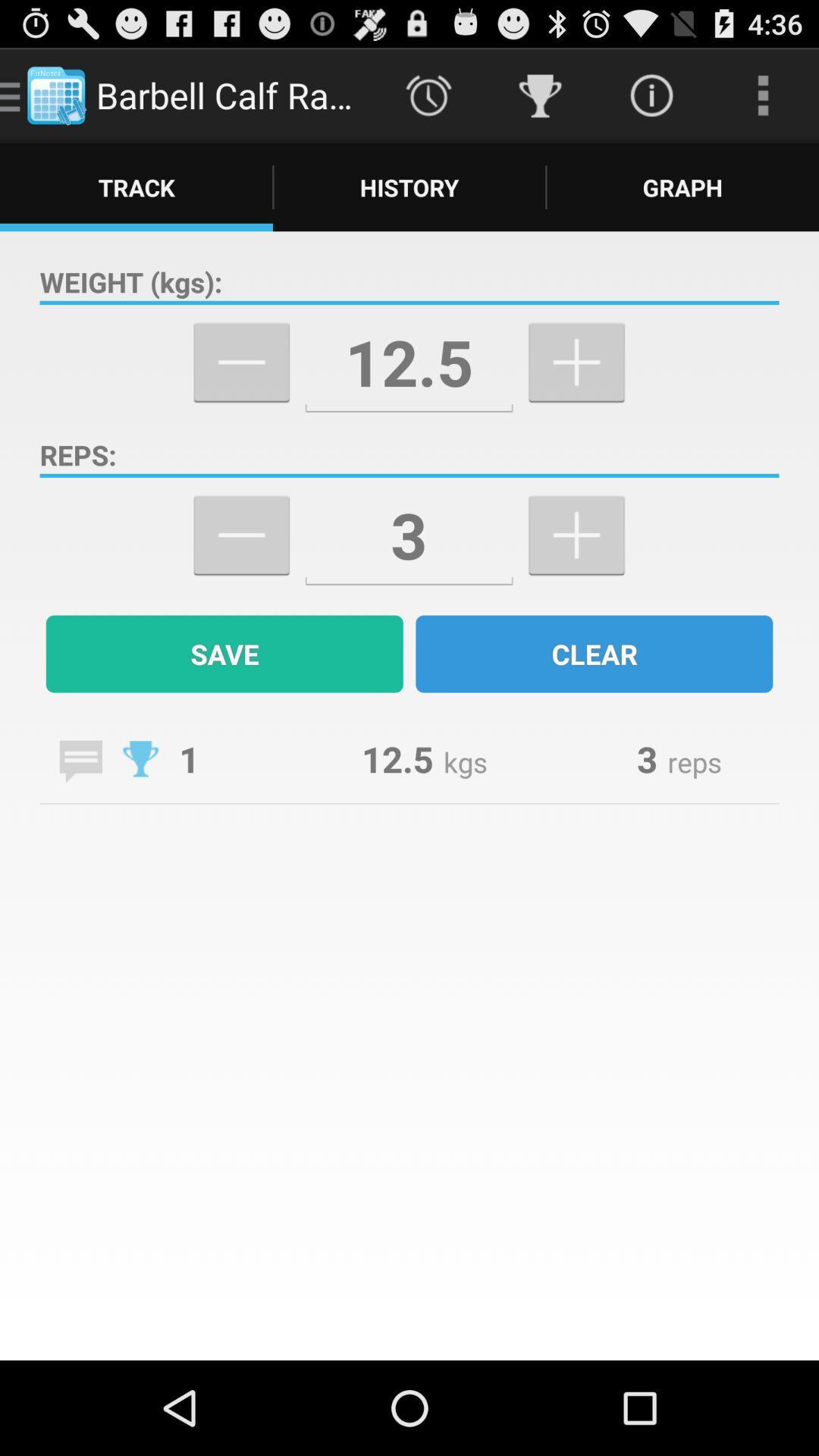 Image resolution: width=819 pixels, height=1456 pixels. I want to click on open chat, so click(80, 761).